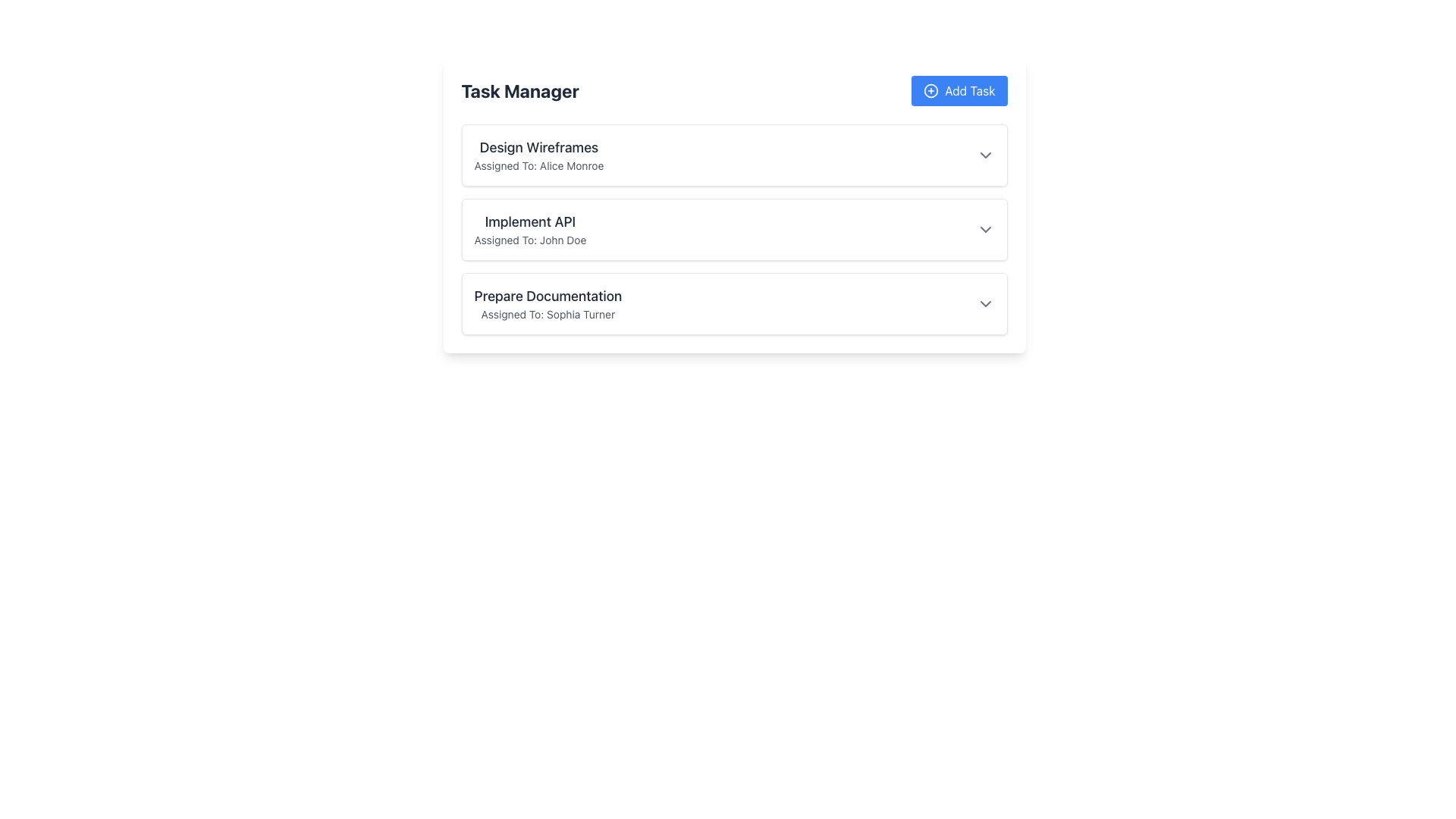  Describe the element at coordinates (547, 296) in the screenshot. I see `the Text Label displaying 'Prepare Documentation', which is styled with a larger font size and bold weight, located in the third task item of the task manager panel` at that location.